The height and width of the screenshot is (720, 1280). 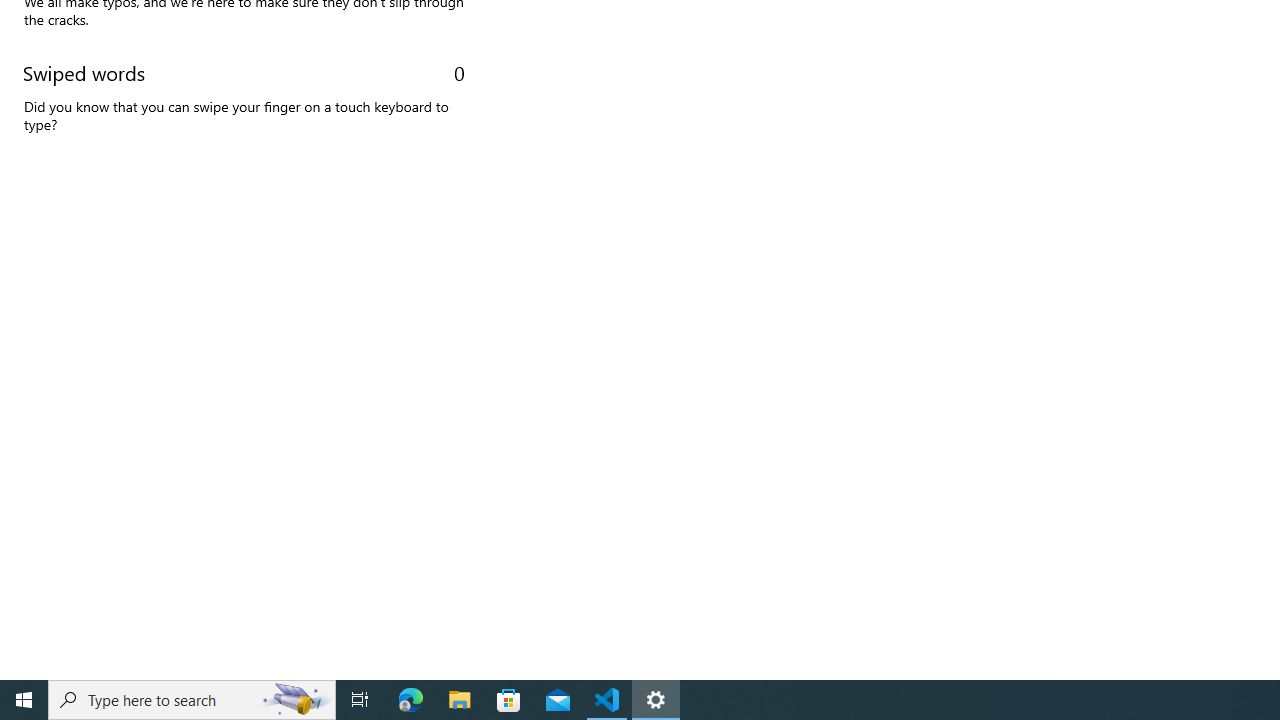 I want to click on 'Settings - 1 running window', so click(x=656, y=698).